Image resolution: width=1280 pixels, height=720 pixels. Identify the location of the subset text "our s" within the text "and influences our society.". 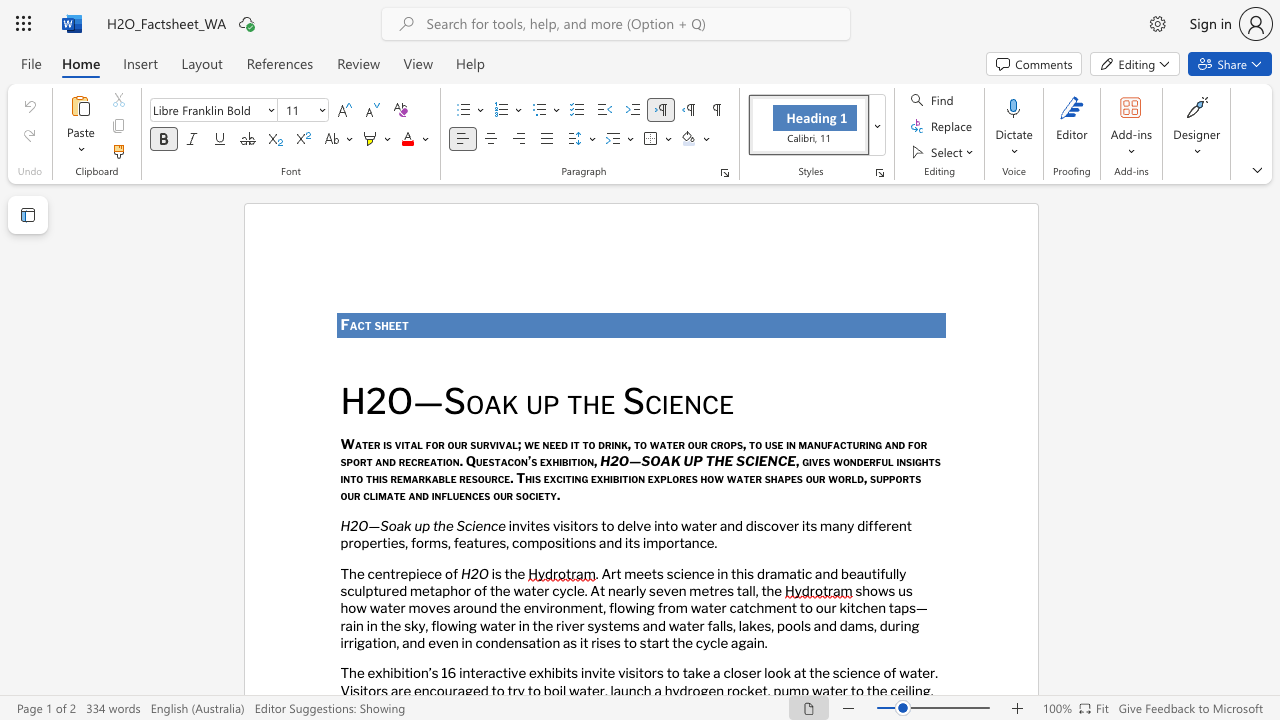
(493, 495).